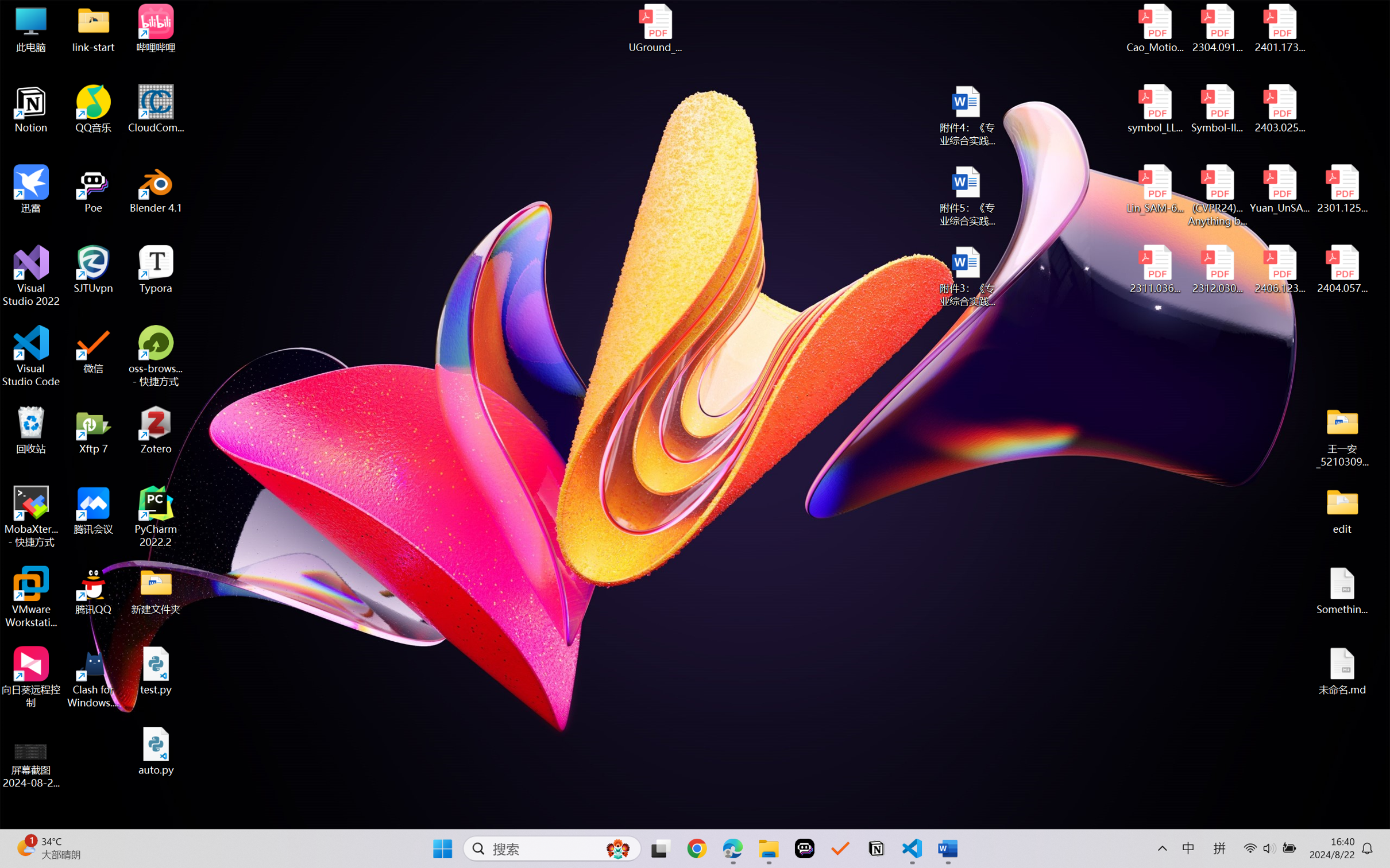 This screenshot has height=868, width=1390. Describe the element at coordinates (156, 517) in the screenshot. I see `'PyCharm 2022.2'` at that location.